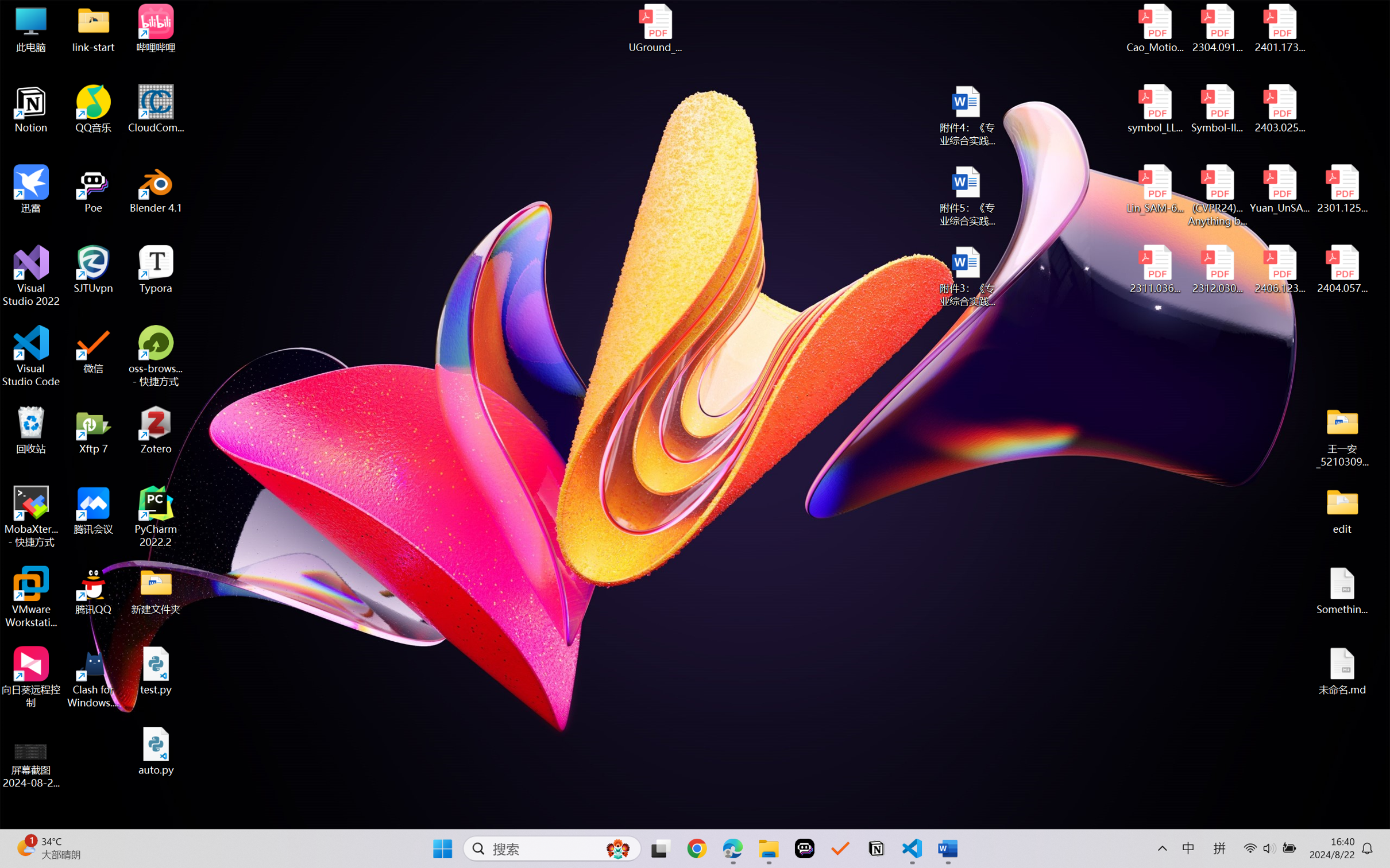 This screenshot has height=868, width=1390. Describe the element at coordinates (156, 517) in the screenshot. I see `'PyCharm 2022.2'` at that location.